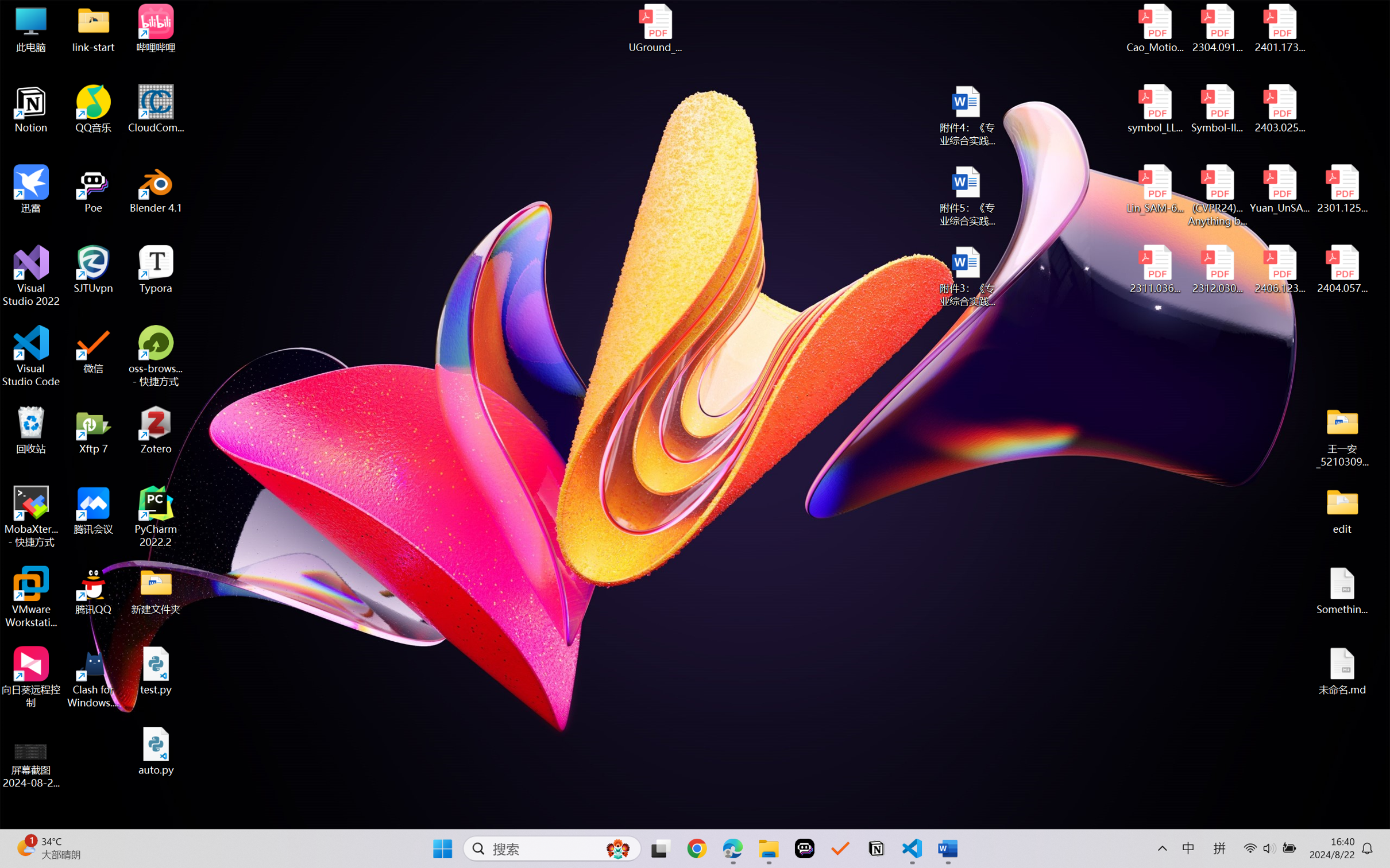 This screenshot has height=868, width=1390. Describe the element at coordinates (156, 517) in the screenshot. I see `'PyCharm 2022.2'` at that location.